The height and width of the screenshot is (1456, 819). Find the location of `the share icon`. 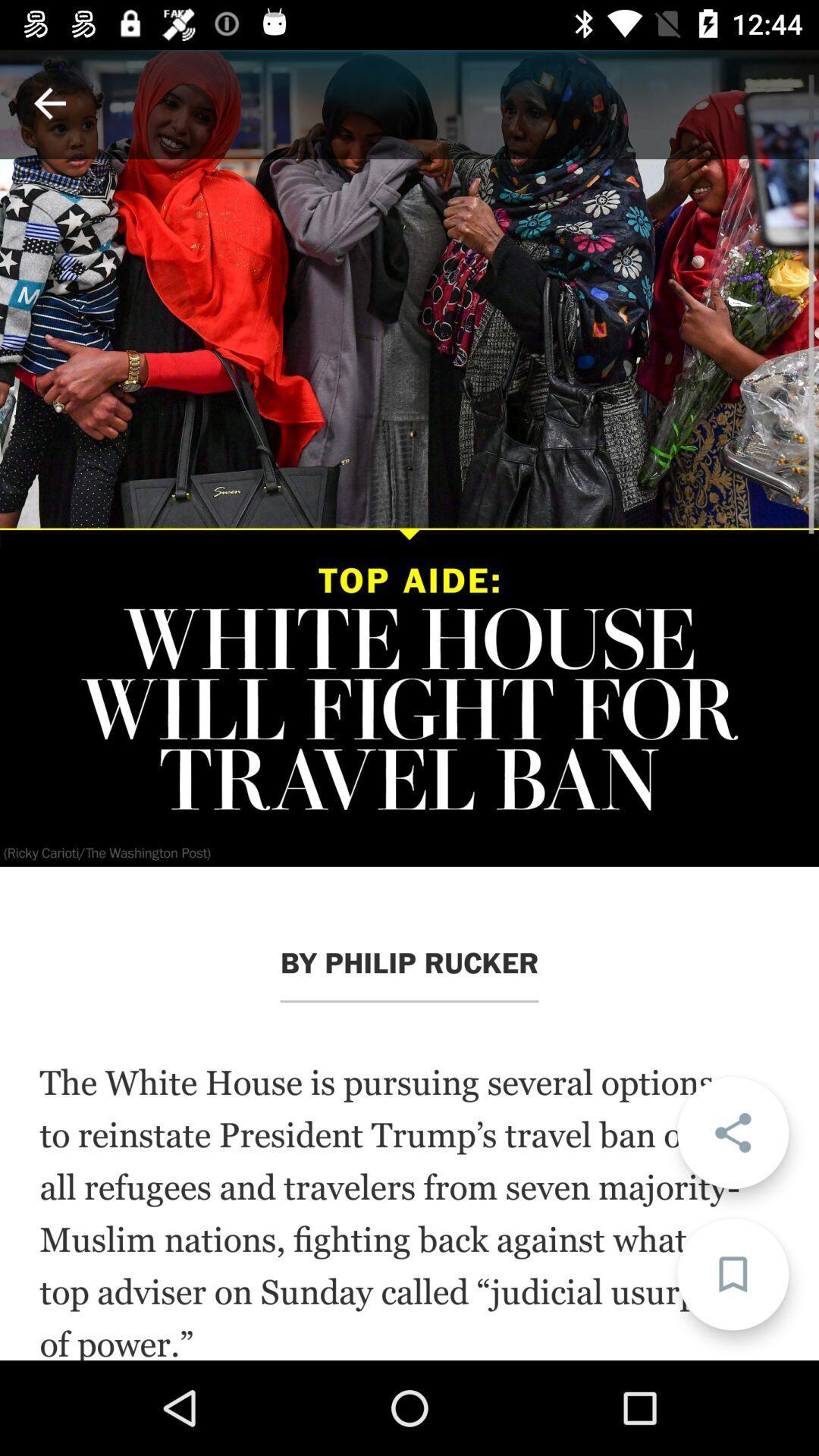

the share icon is located at coordinates (732, 1132).